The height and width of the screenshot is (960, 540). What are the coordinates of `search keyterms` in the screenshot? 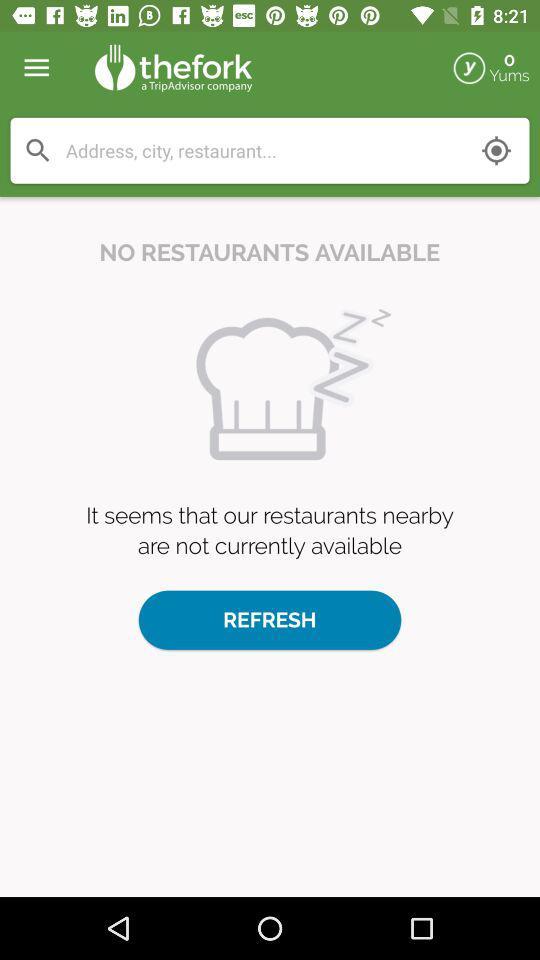 It's located at (38, 149).